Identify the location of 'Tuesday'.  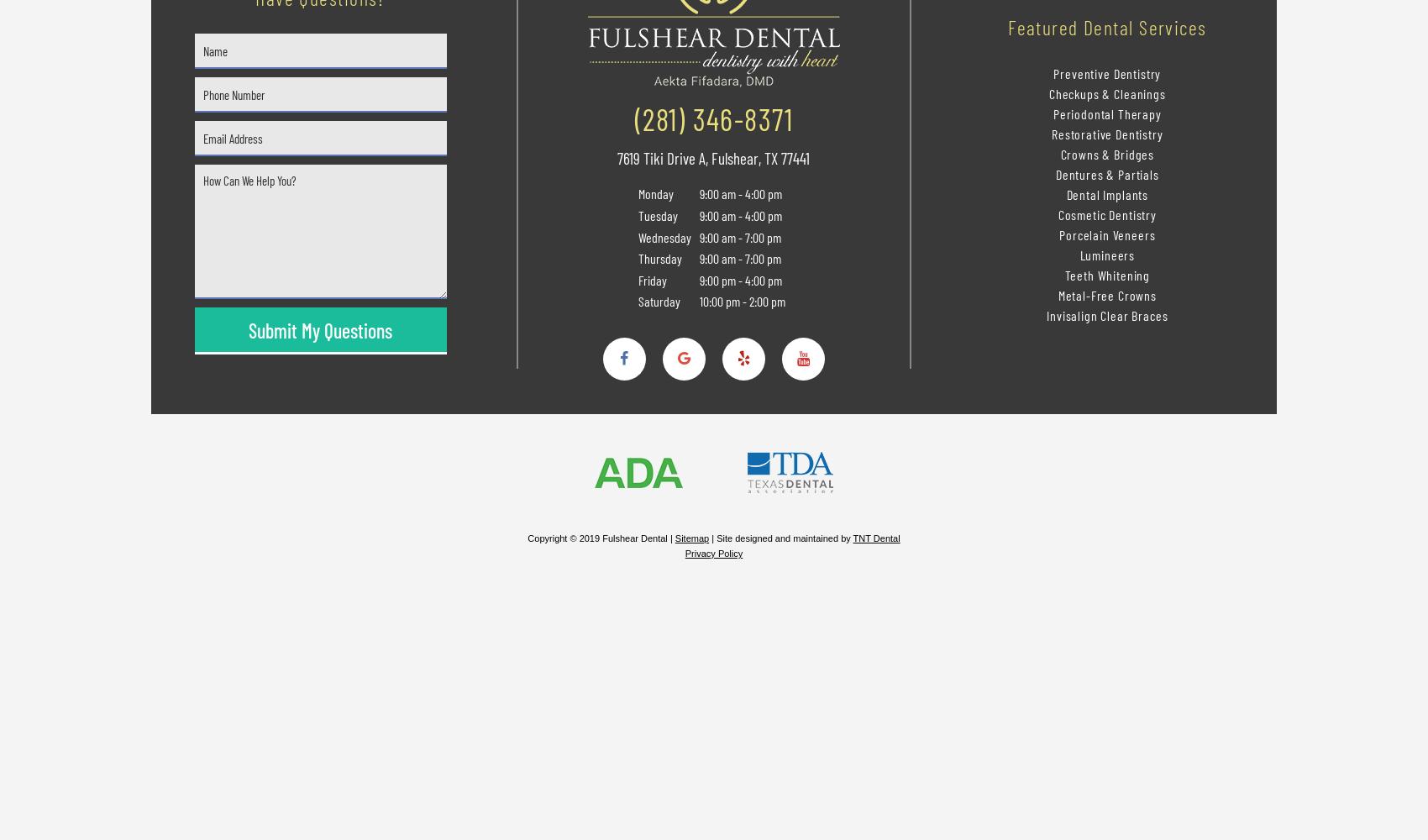
(656, 215).